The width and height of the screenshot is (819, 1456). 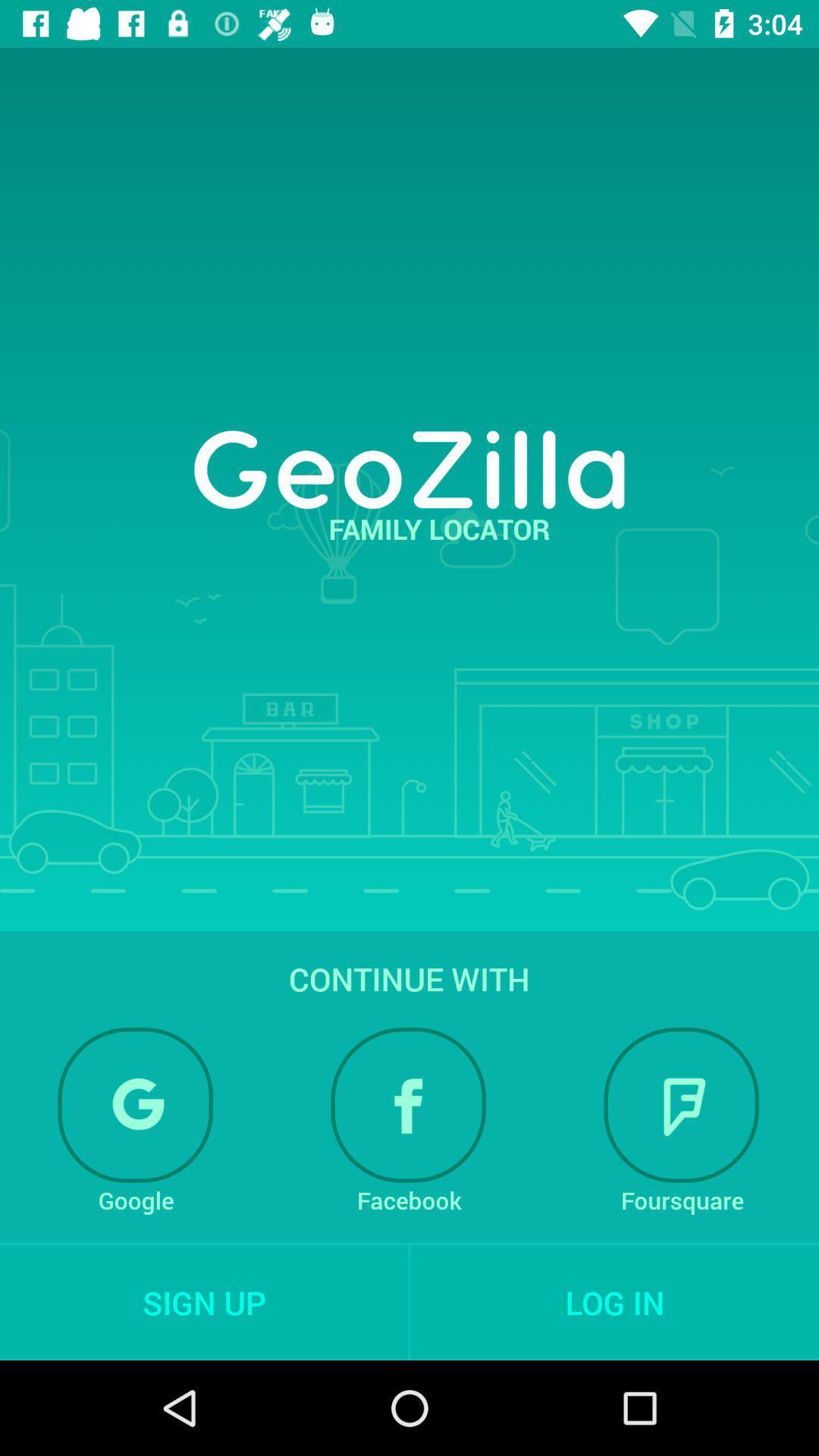 What do you see at coordinates (408, 1105) in the screenshot?
I see `the facebook icon` at bounding box center [408, 1105].